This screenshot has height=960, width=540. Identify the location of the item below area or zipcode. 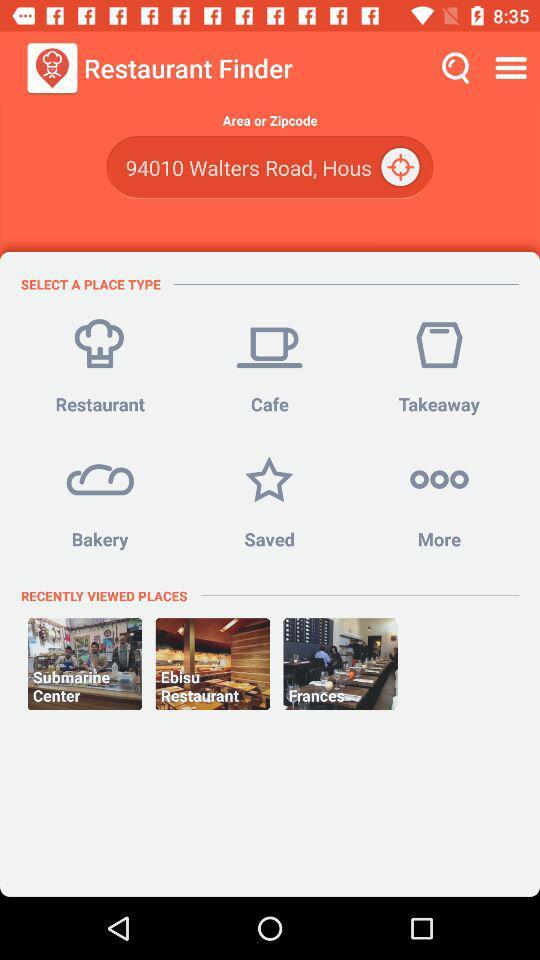
(269, 166).